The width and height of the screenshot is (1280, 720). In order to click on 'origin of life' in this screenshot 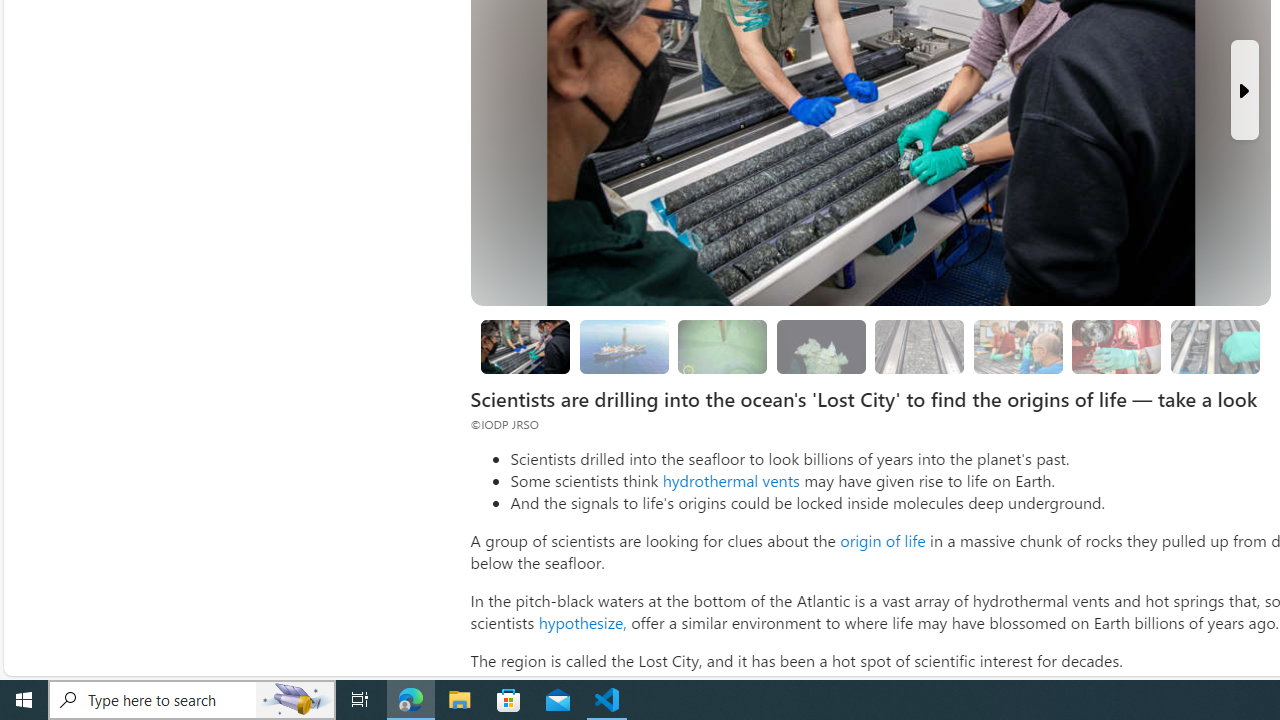, I will do `click(881, 540)`.